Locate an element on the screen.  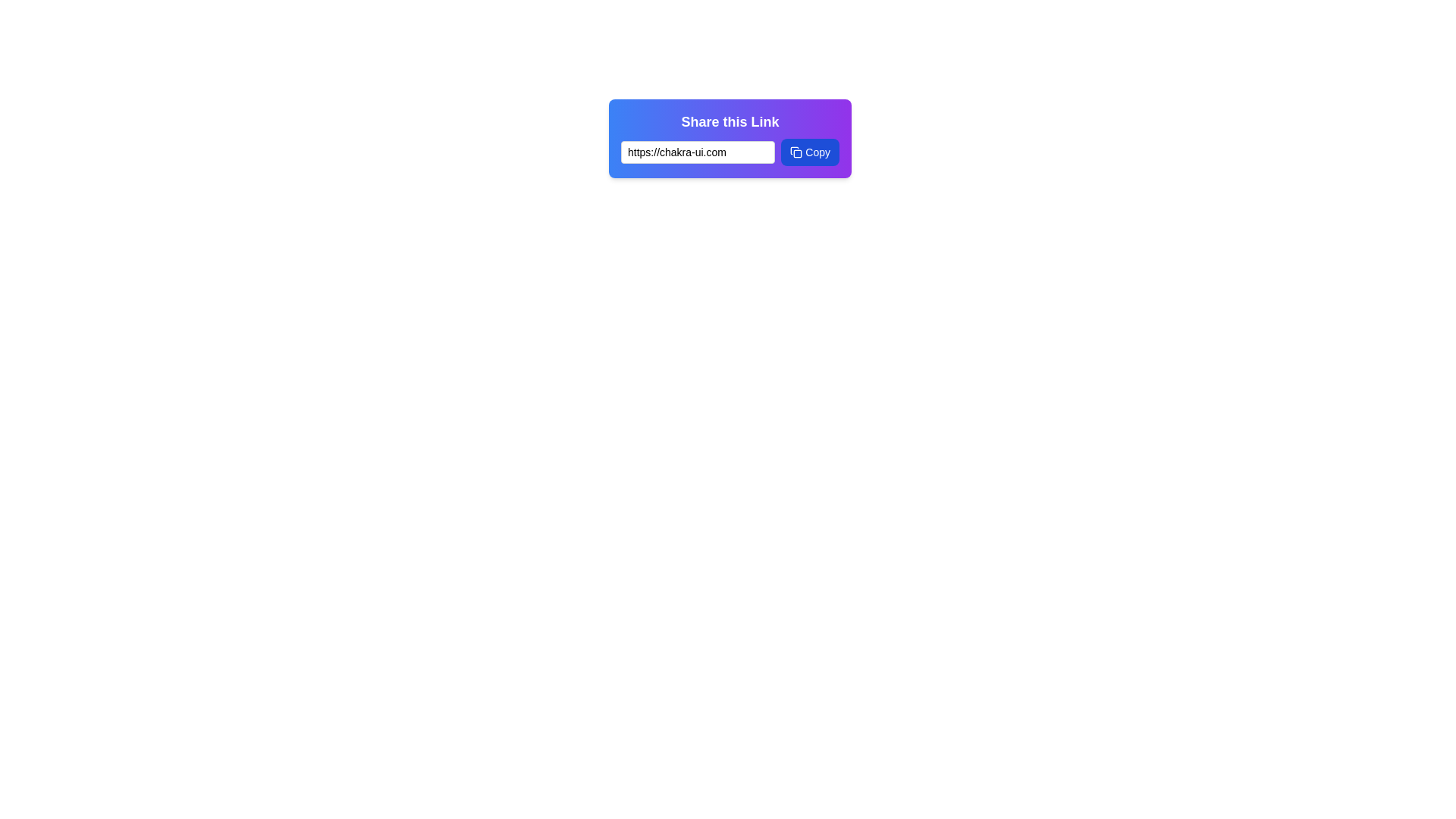
the text from the read-only text input field displaying the URL 'https://chakra-ui.com' and copy it using system functions is located at coordinates (697, 152).